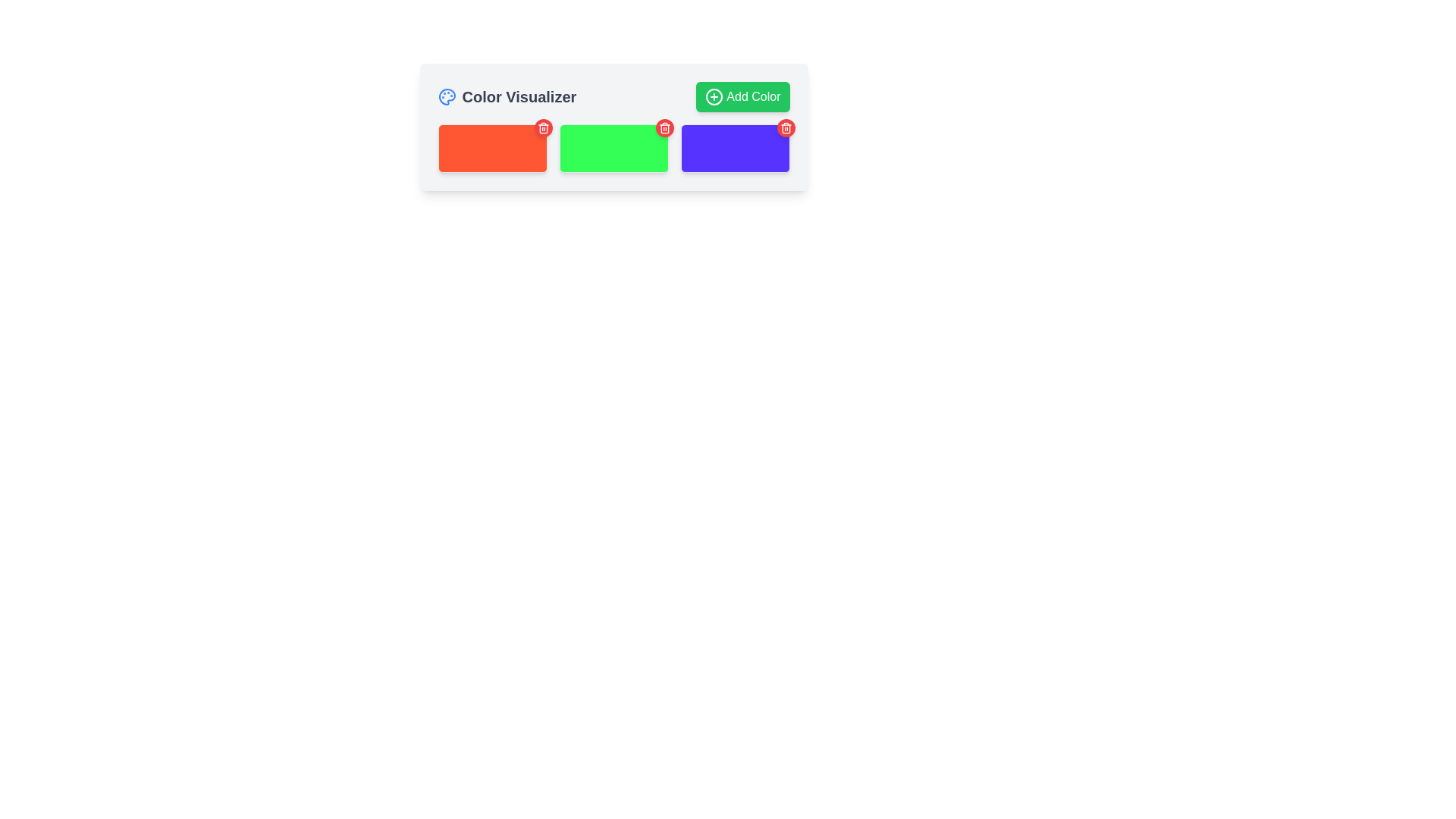 The height and width of the screenshot is (819, 1456). I want to click on the palette icon located in the top-left portion of the interface, near the text 'Color Visualizer', so click(446, 96).